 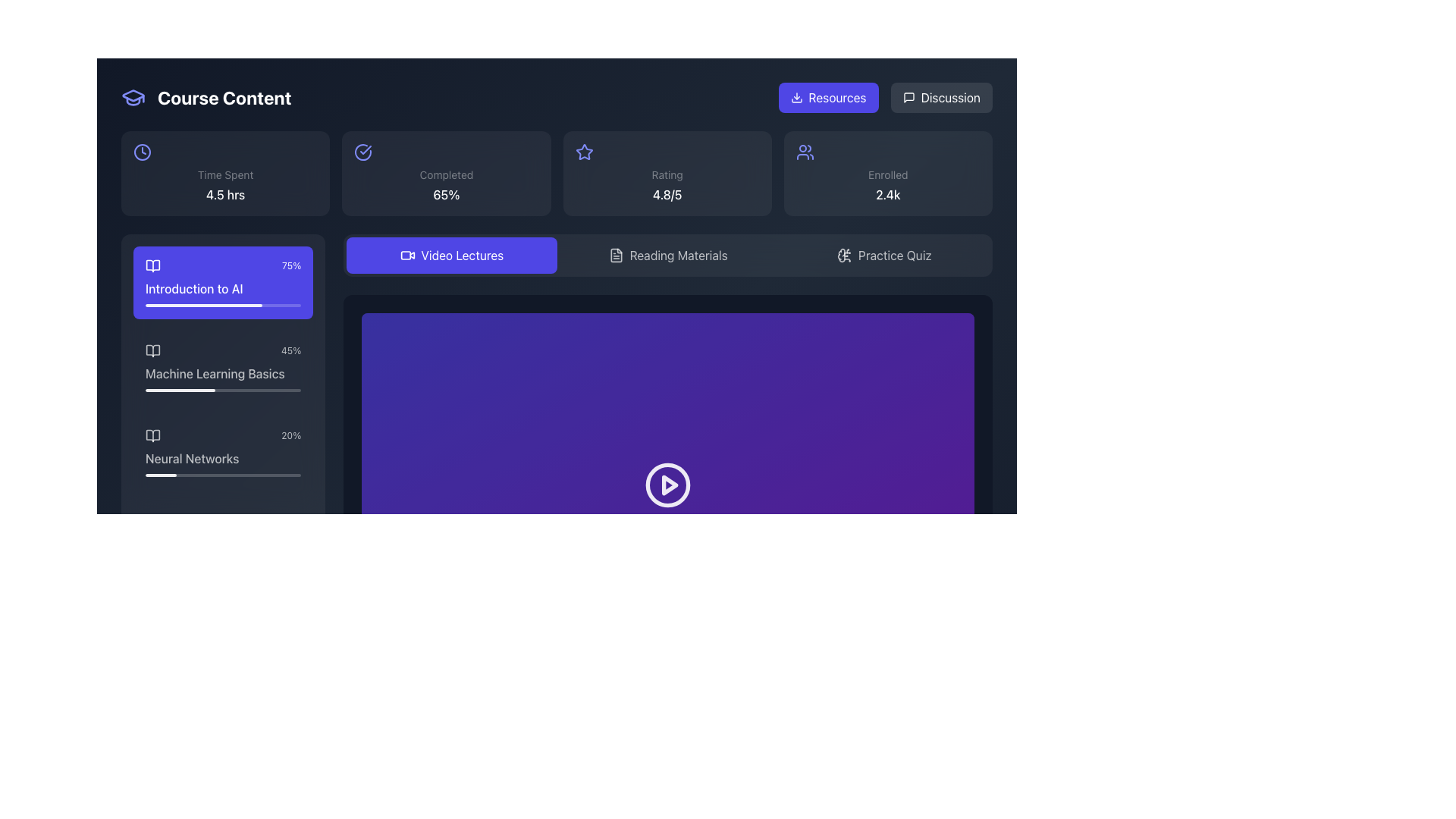 I want to click on the 'Reading Materials' icon, which signifies the section for reading materials in the toolbar, located between 'Video Lectures' and 'Practice Quiz', so click(x=616, y=254).